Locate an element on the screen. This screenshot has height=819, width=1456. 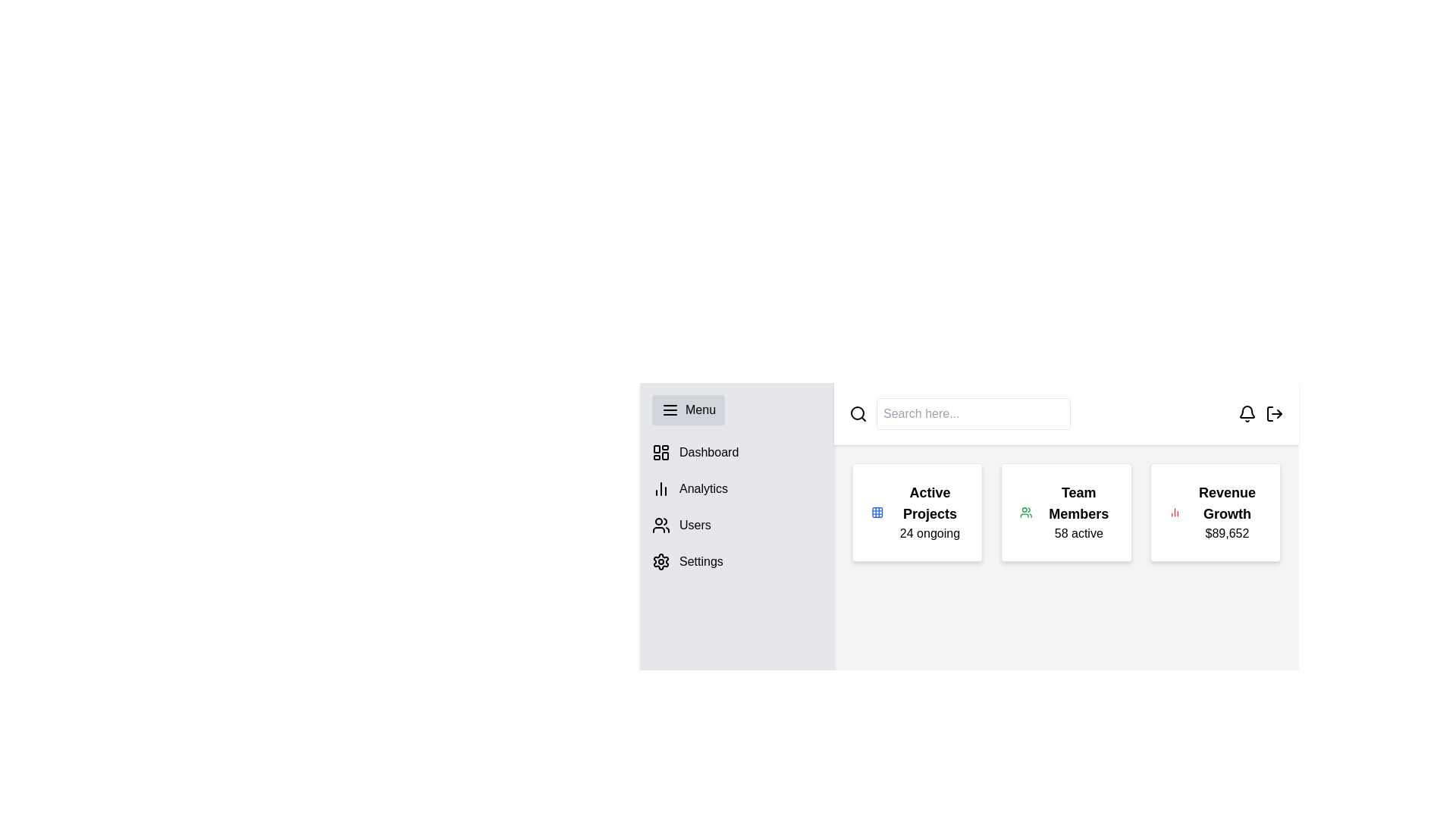
first rectangular graphical element (Icon component) located at the top-left position within the dashboard layout icon is located at coordinates (657, 448).